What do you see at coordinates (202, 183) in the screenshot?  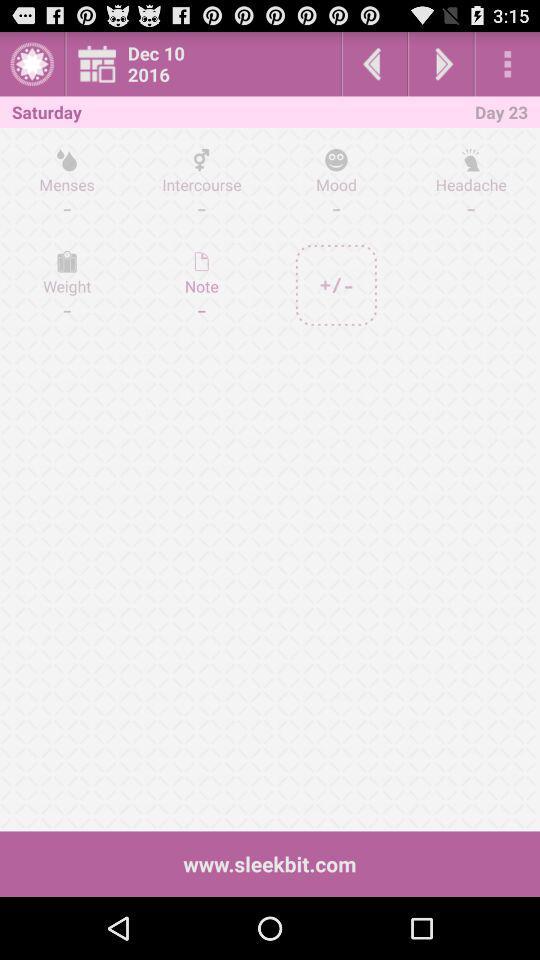 I see `the button intercourse on the web page` at bounding box center [202, 183].